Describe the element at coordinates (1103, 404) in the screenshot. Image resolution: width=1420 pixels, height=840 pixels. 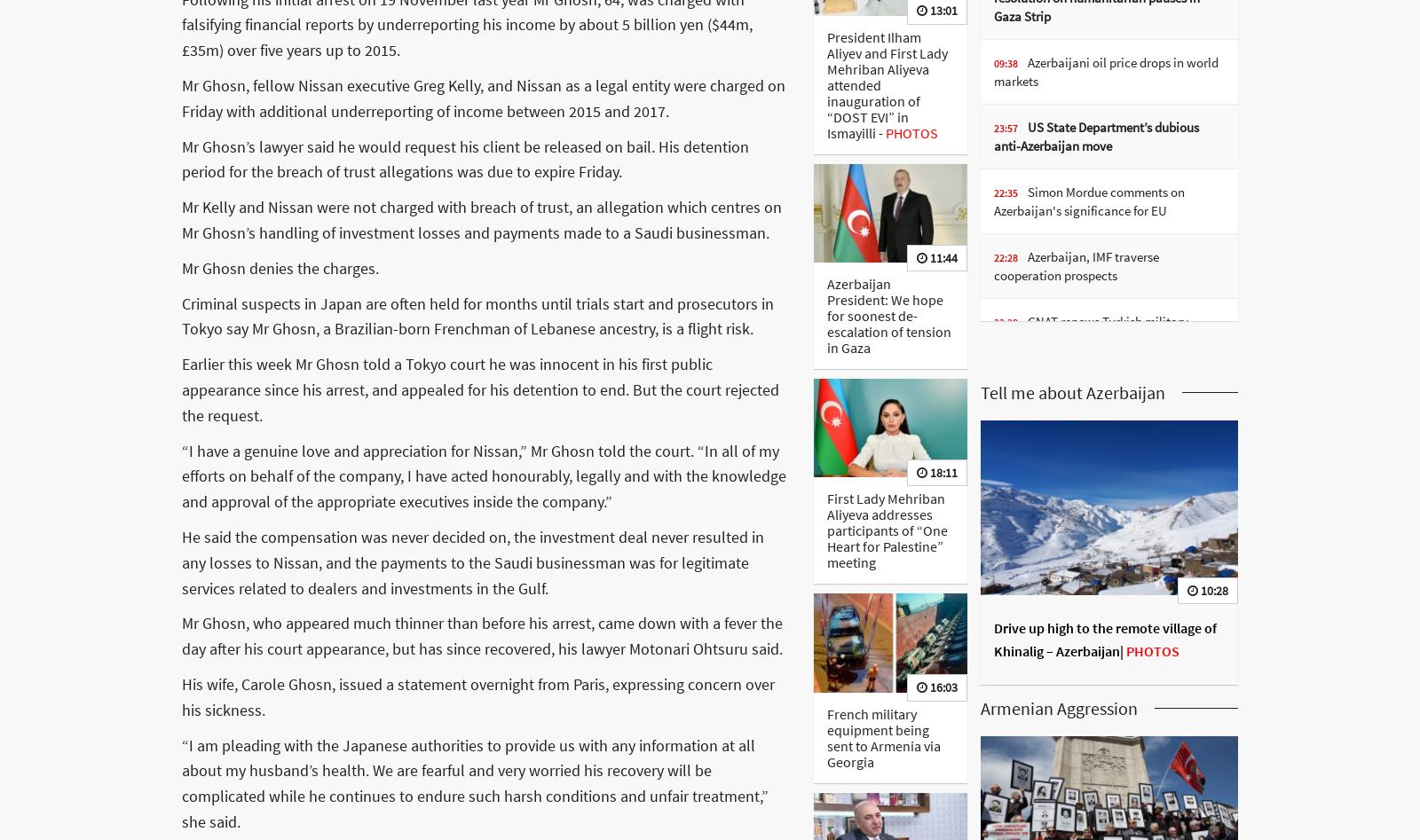
I see `'Azerbaijani Parliament Chair Sahiba Gafarova arrives on working visit to Kyrgyzstan'` at that location.